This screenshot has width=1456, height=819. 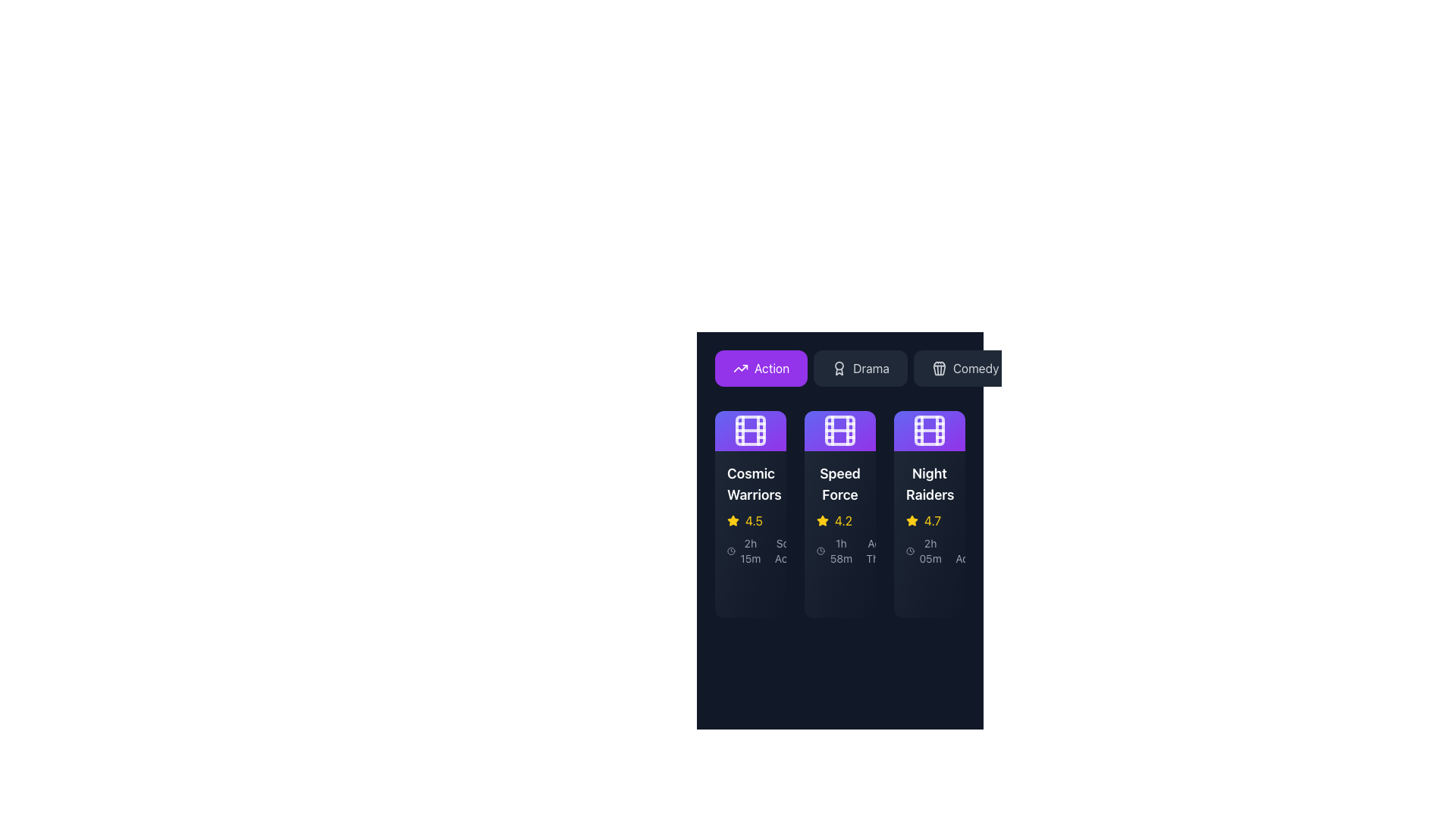 What do you see at coordinates (938, 369) in the screenshot?
I see `the Comedy genre icon located within the button labeled 'Comedy' in the horizontal menu bar, positioned to the left of the text 'Comedy'` at bounding box center [938, 369].